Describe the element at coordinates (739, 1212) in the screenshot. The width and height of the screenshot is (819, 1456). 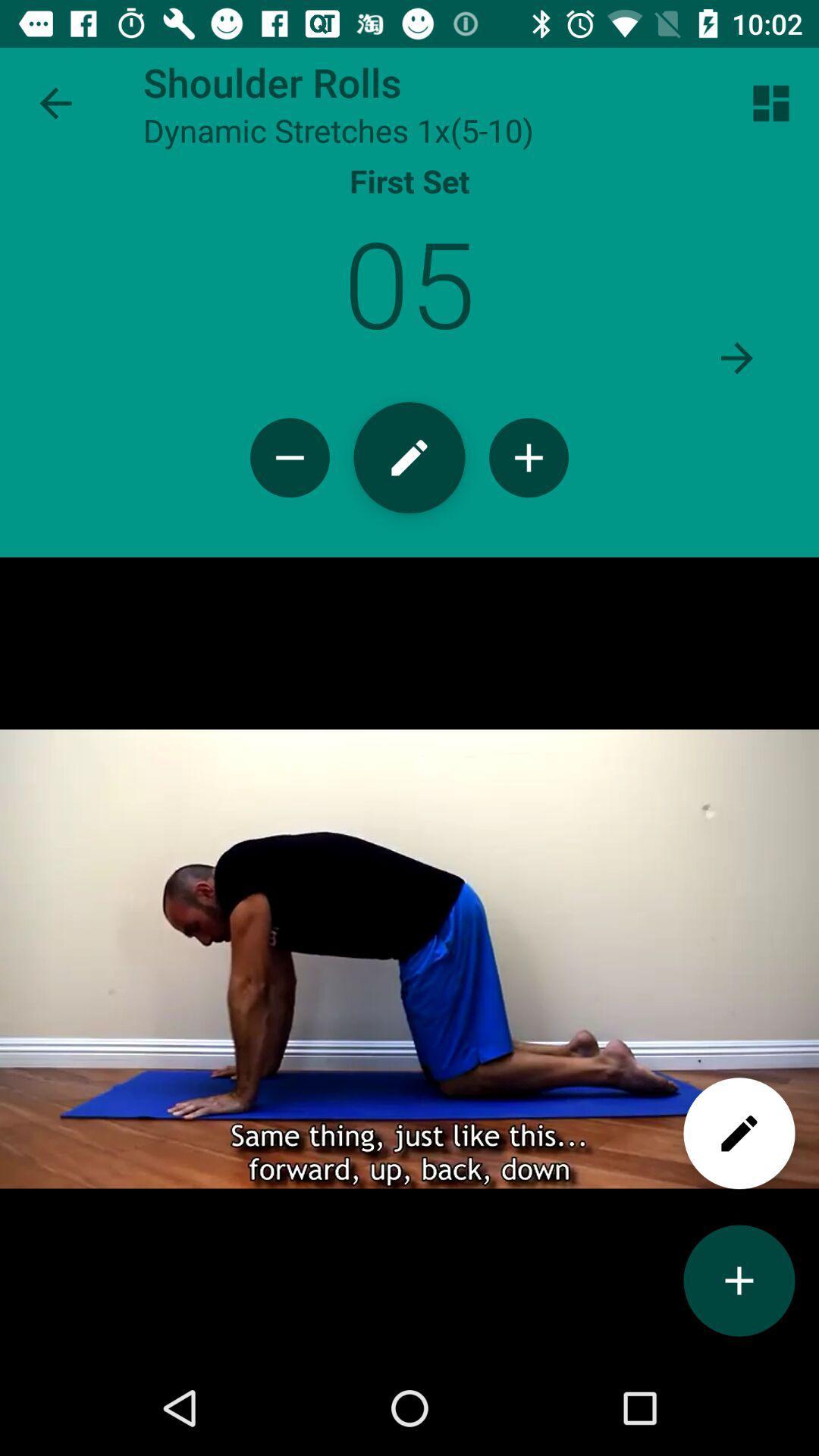
I see `the edit icon` at that location.